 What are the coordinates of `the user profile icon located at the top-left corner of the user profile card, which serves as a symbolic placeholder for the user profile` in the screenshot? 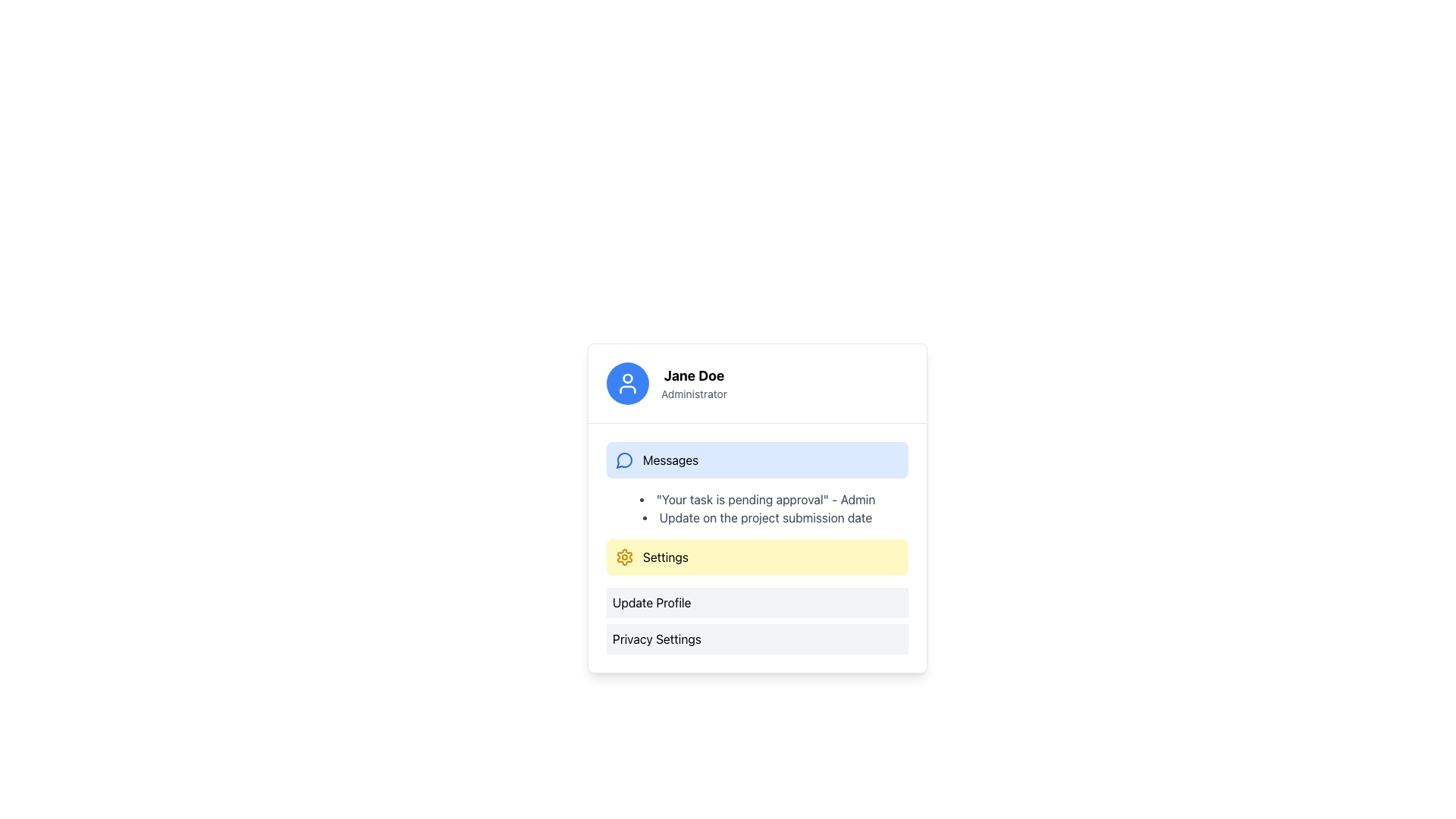 It's located at (628, 382).